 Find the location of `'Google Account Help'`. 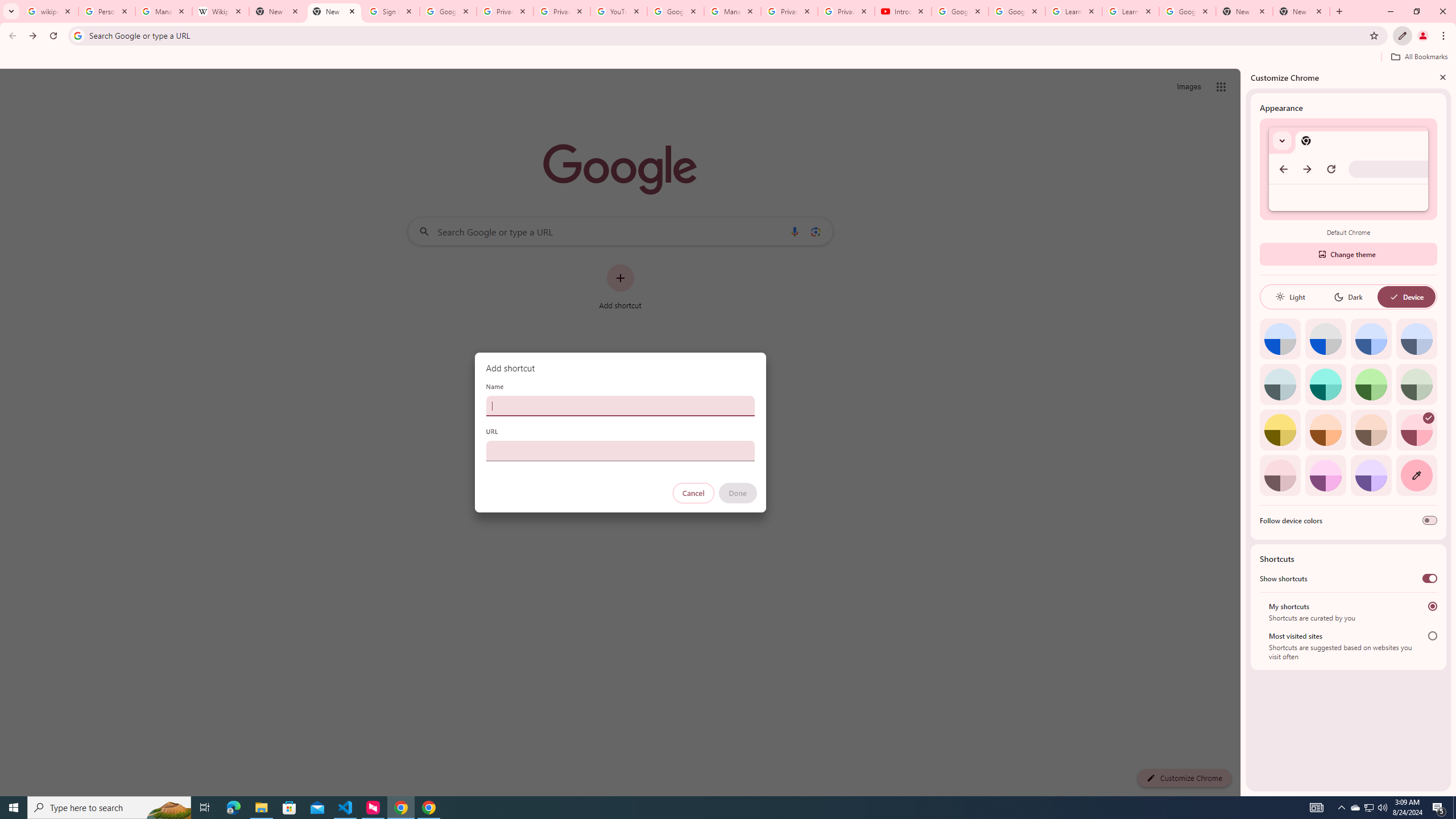

'Google Account Help' is located at coordinates (959, 11).